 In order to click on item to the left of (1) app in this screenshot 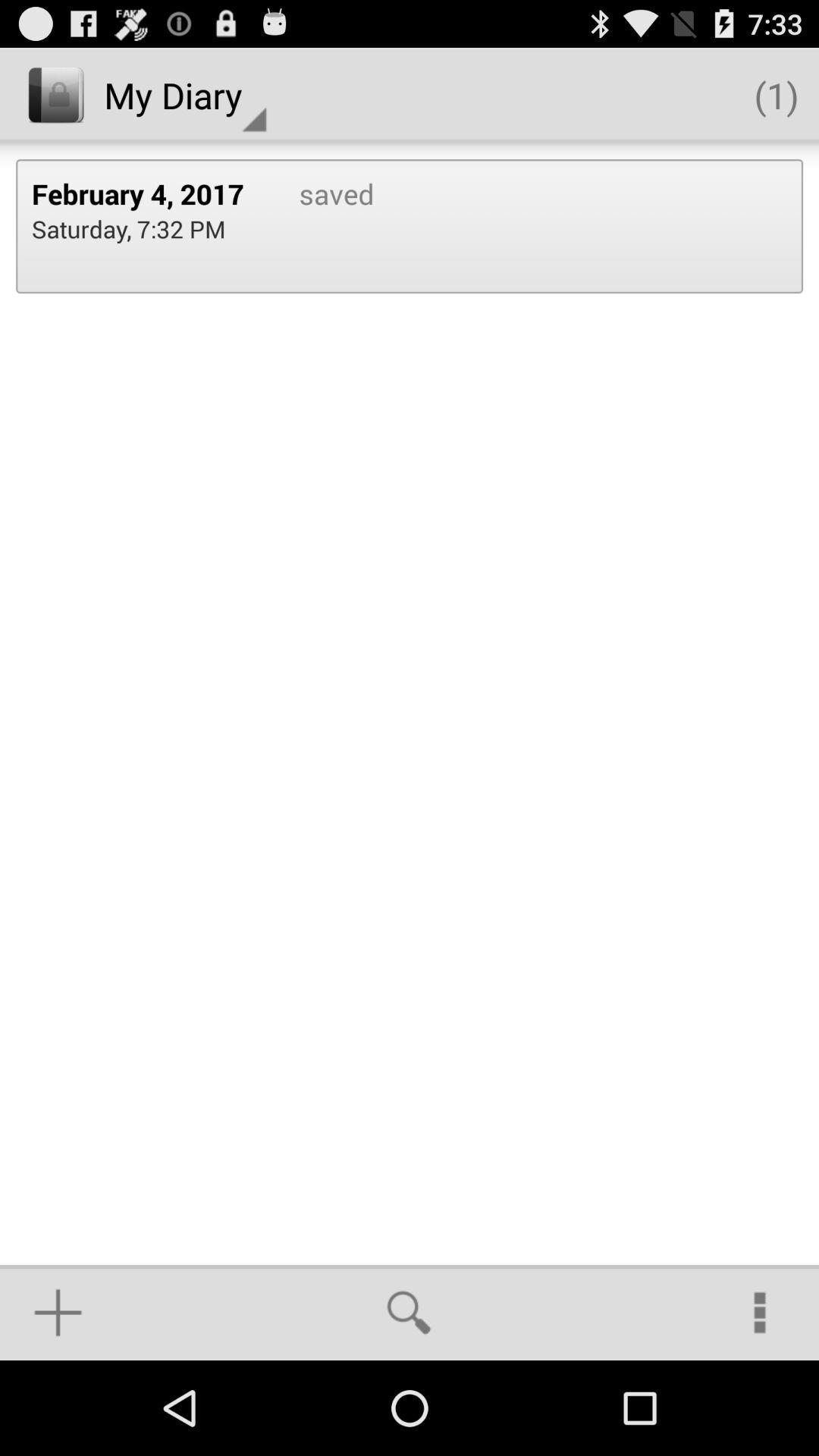, I will do `click(184, 94)`.